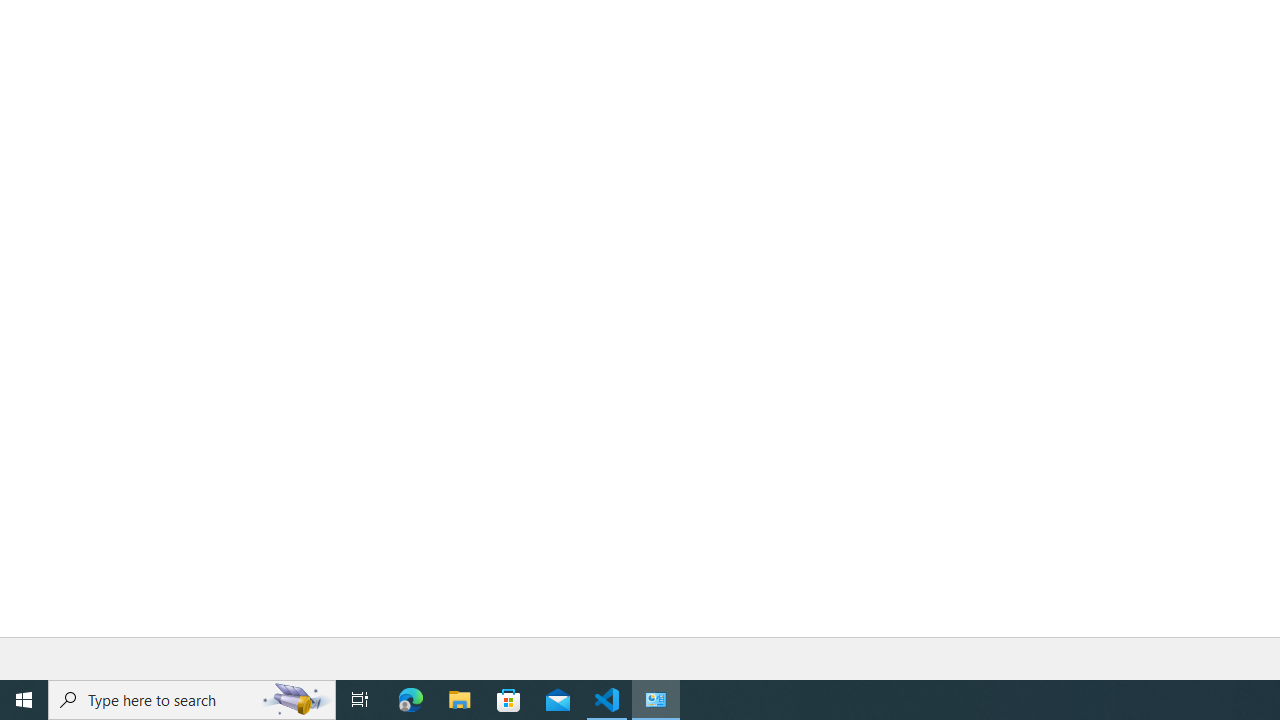  Describe the element at coordinates (459, 698) in the screenshot. I see `'File Explorer'` at that location.